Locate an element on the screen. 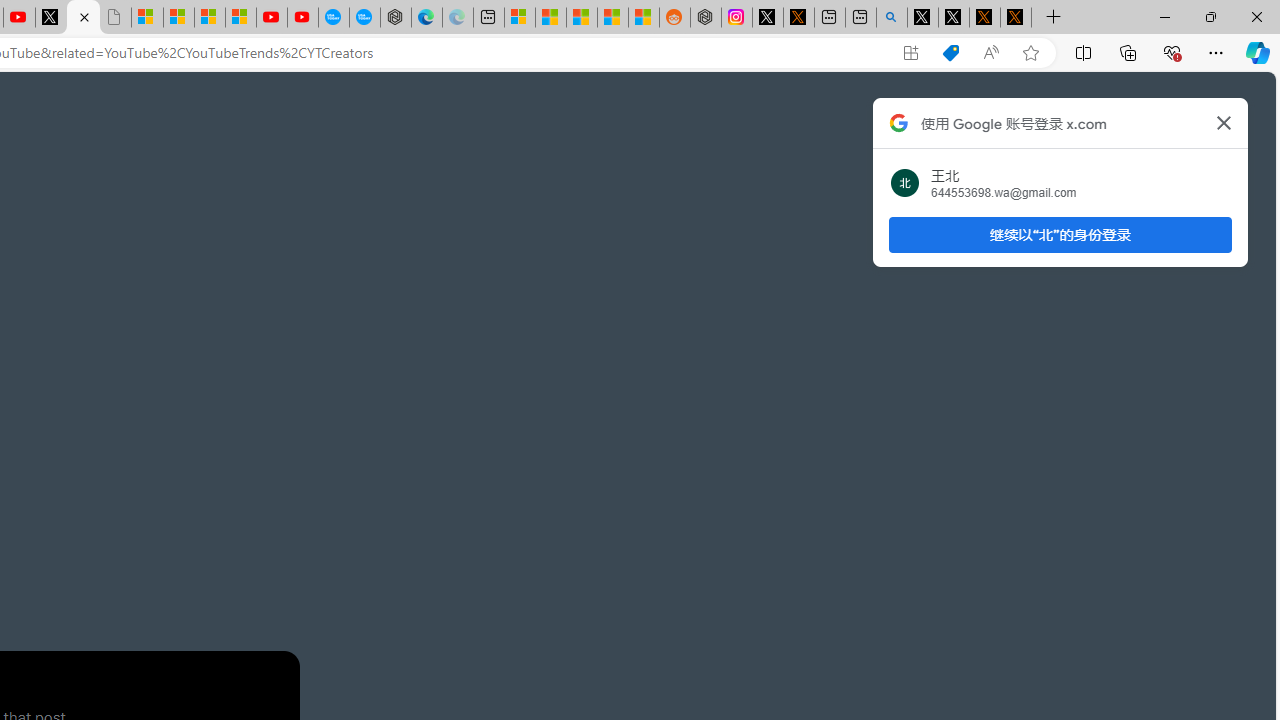 This screenshot has height=720, width=1280. 'Minimize' is located at coordinates (1164, 16).